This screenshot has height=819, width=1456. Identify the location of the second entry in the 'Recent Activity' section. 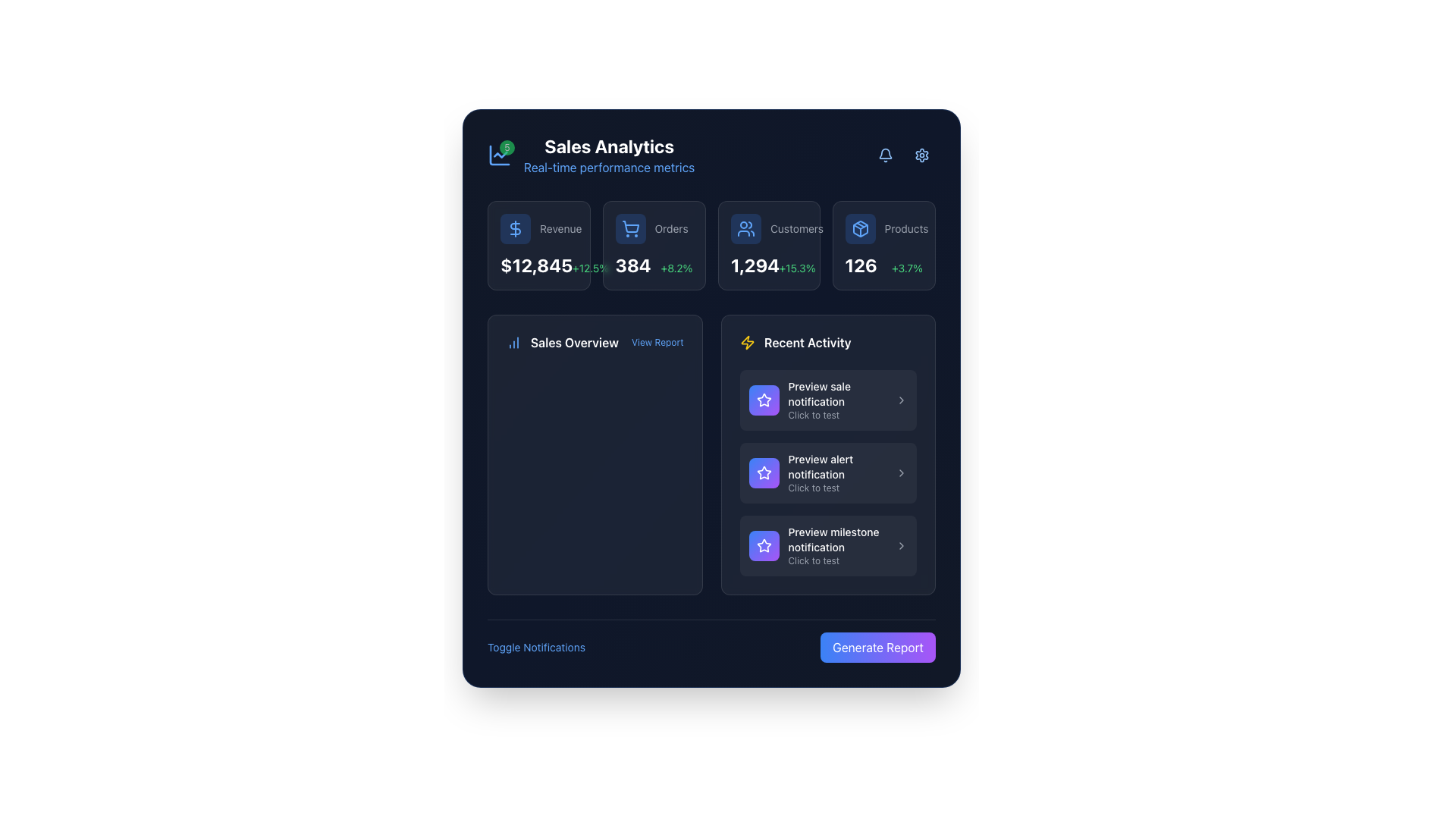
(827, 472).